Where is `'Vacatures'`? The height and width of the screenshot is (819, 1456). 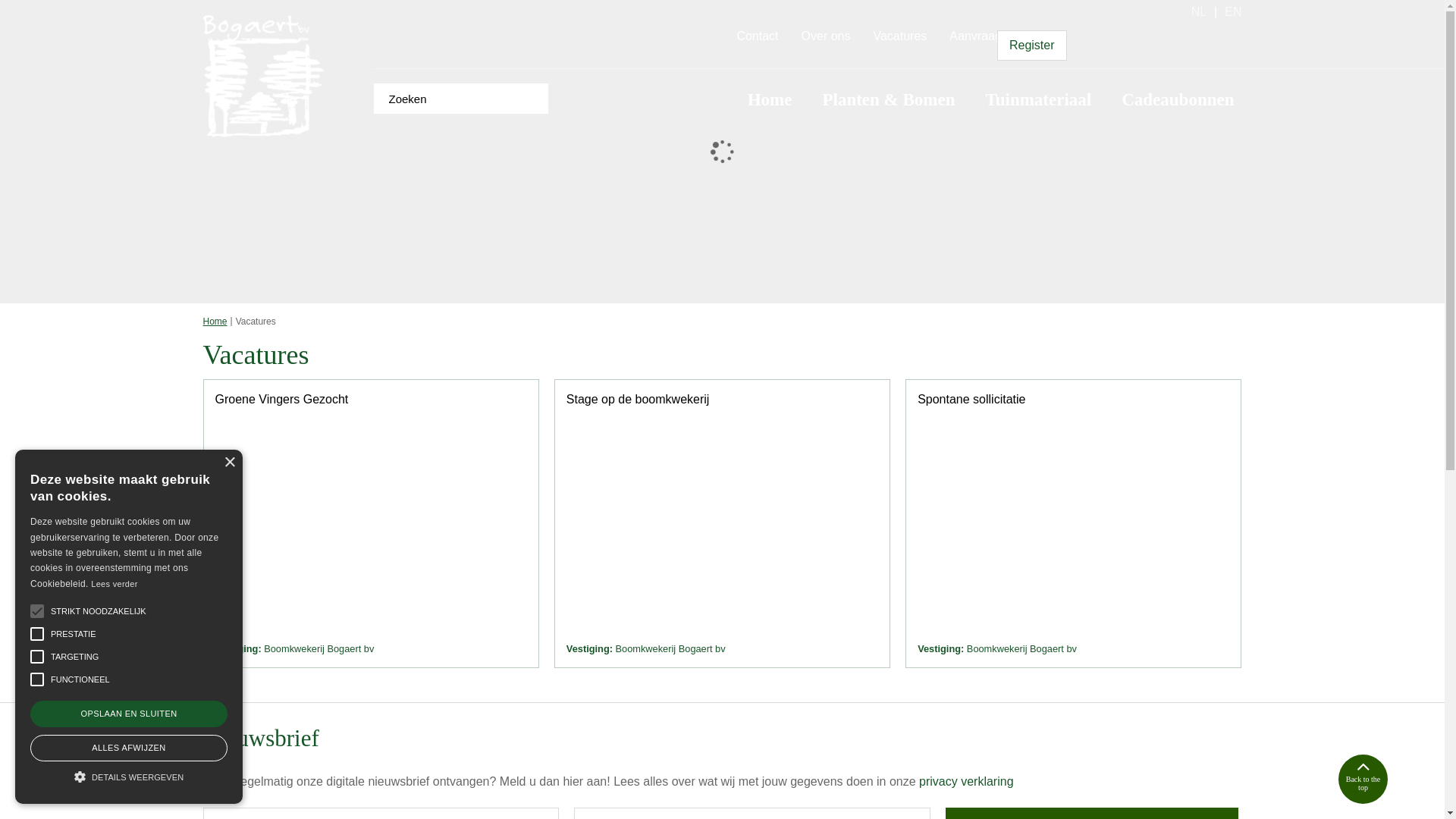
'Vacatures' is located at coordinates (256, 321).